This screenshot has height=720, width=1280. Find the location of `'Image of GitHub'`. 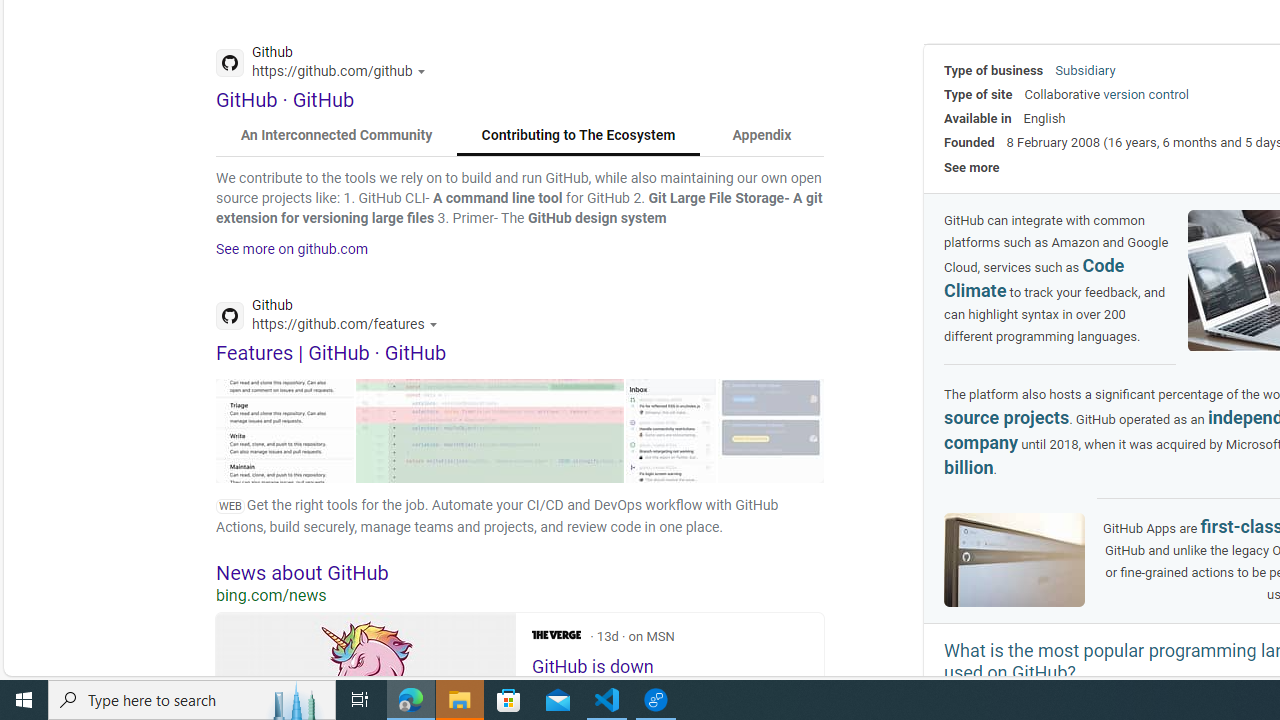

'Image of GitHub' is located at coordinates (1015, 561).